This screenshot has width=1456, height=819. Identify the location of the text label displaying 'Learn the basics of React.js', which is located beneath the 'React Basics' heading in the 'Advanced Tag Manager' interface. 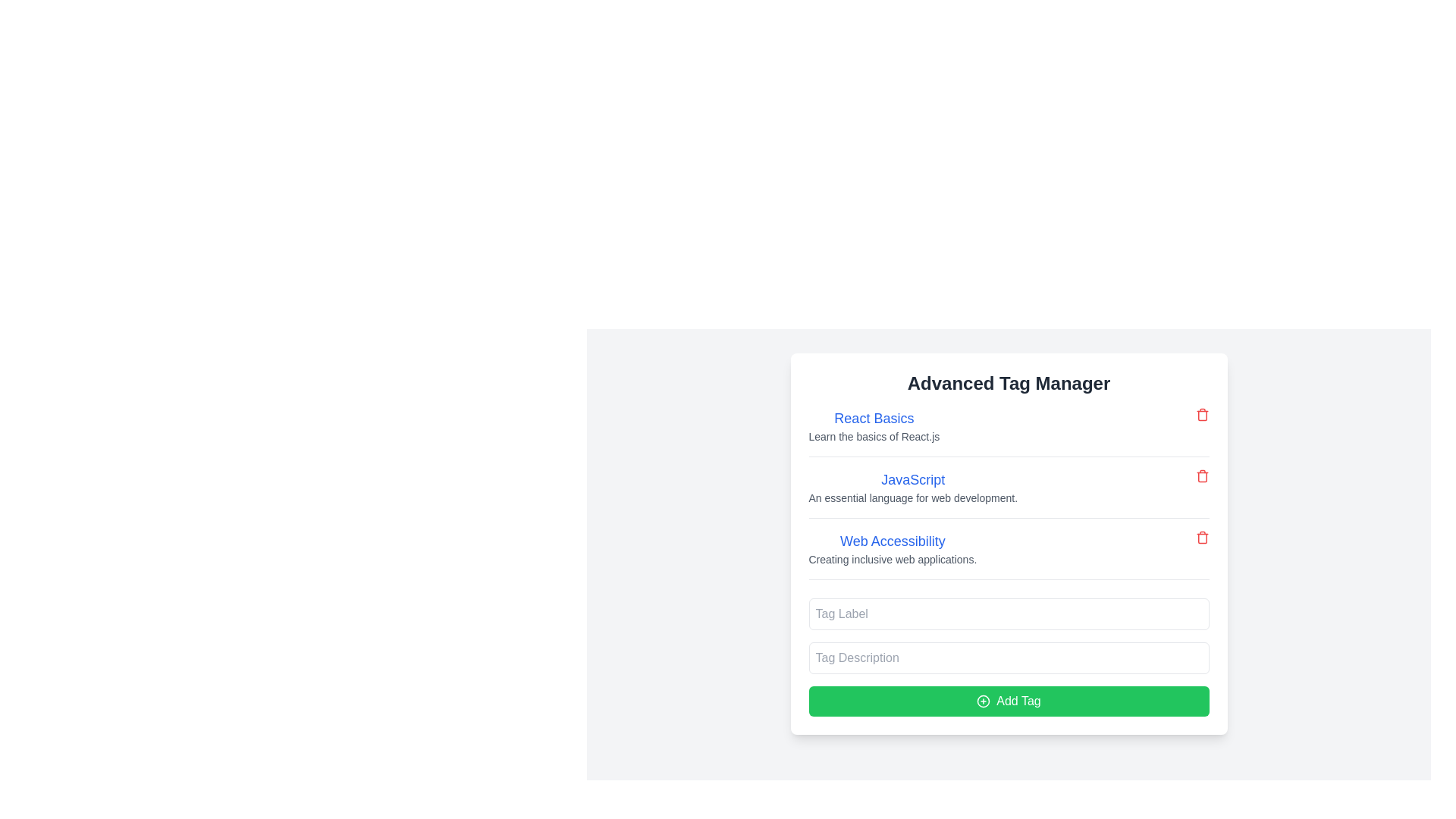
(874, 436).